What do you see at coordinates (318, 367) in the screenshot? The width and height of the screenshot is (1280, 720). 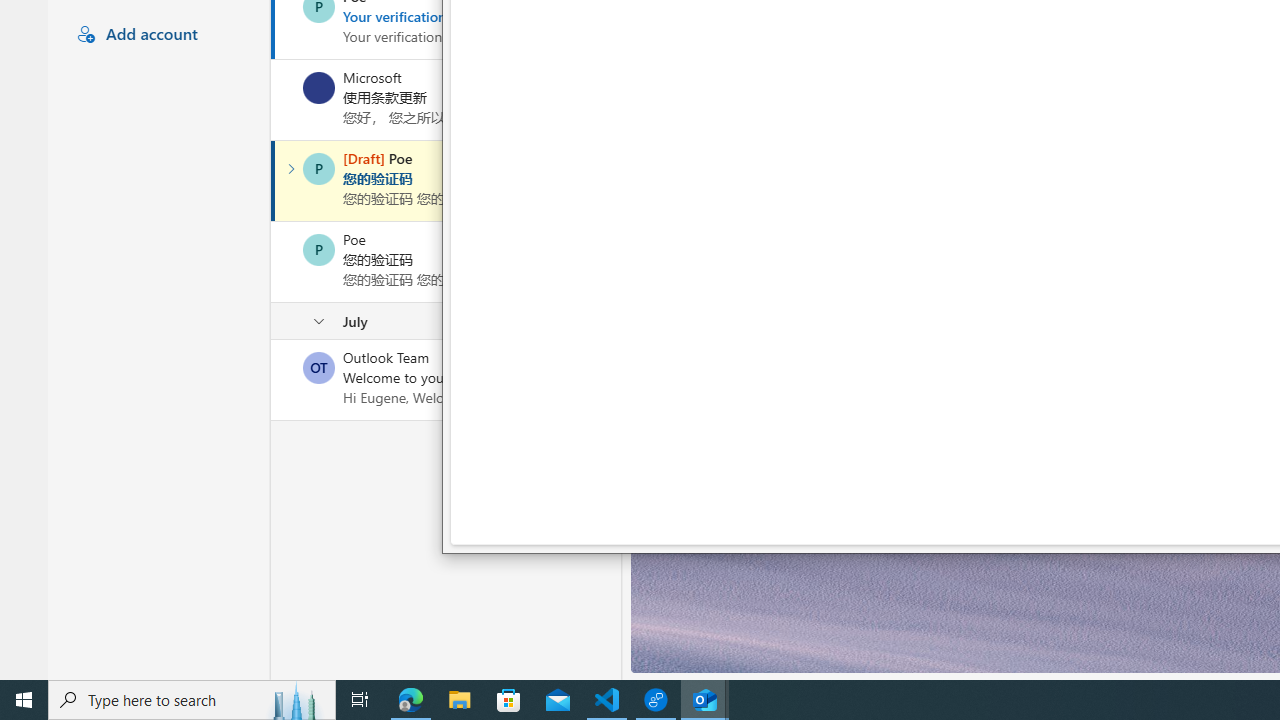 I see `'Outlook Team'` at bounding box center [318, 367].